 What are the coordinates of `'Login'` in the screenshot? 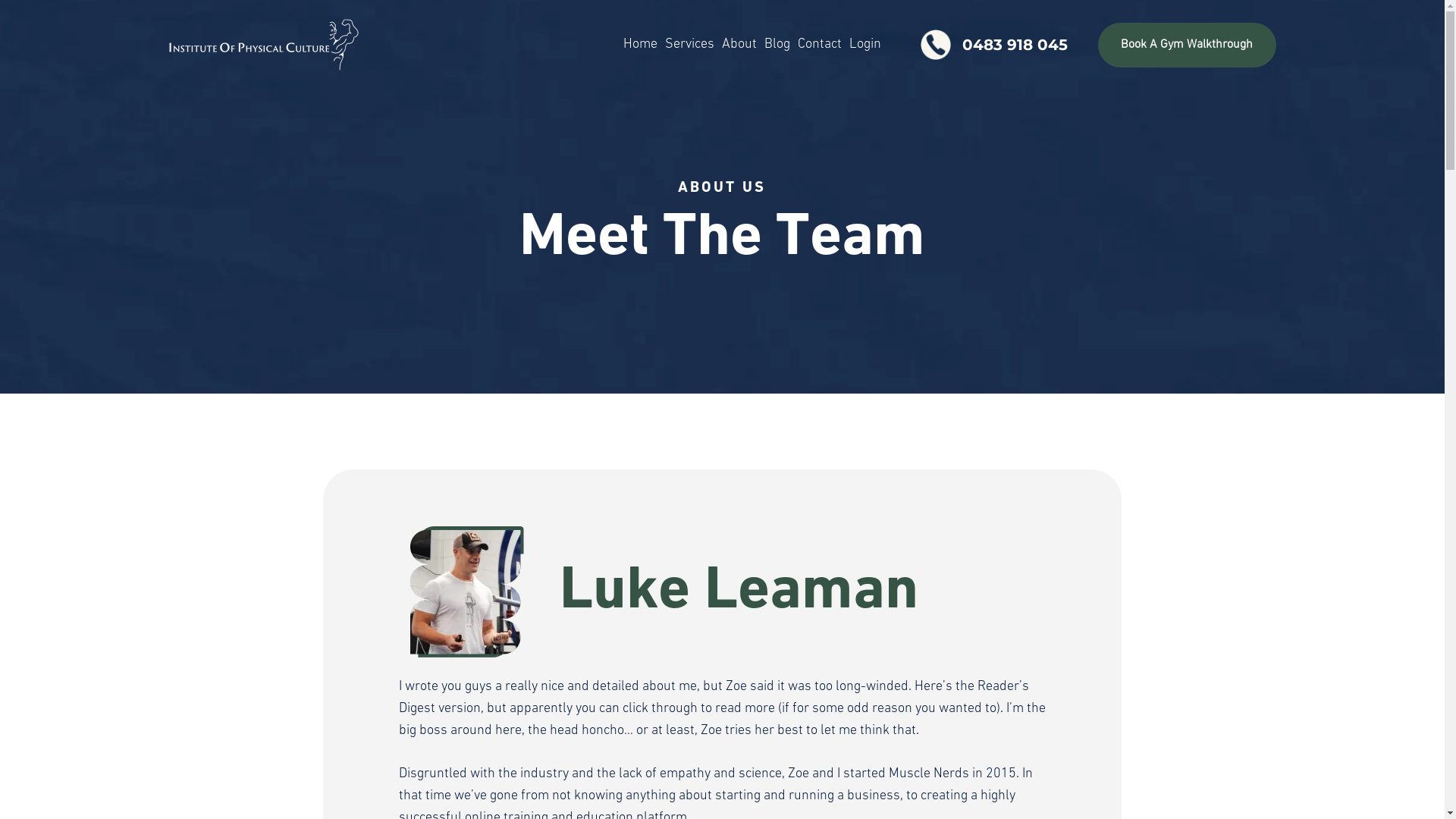 It's located at (844, 43).